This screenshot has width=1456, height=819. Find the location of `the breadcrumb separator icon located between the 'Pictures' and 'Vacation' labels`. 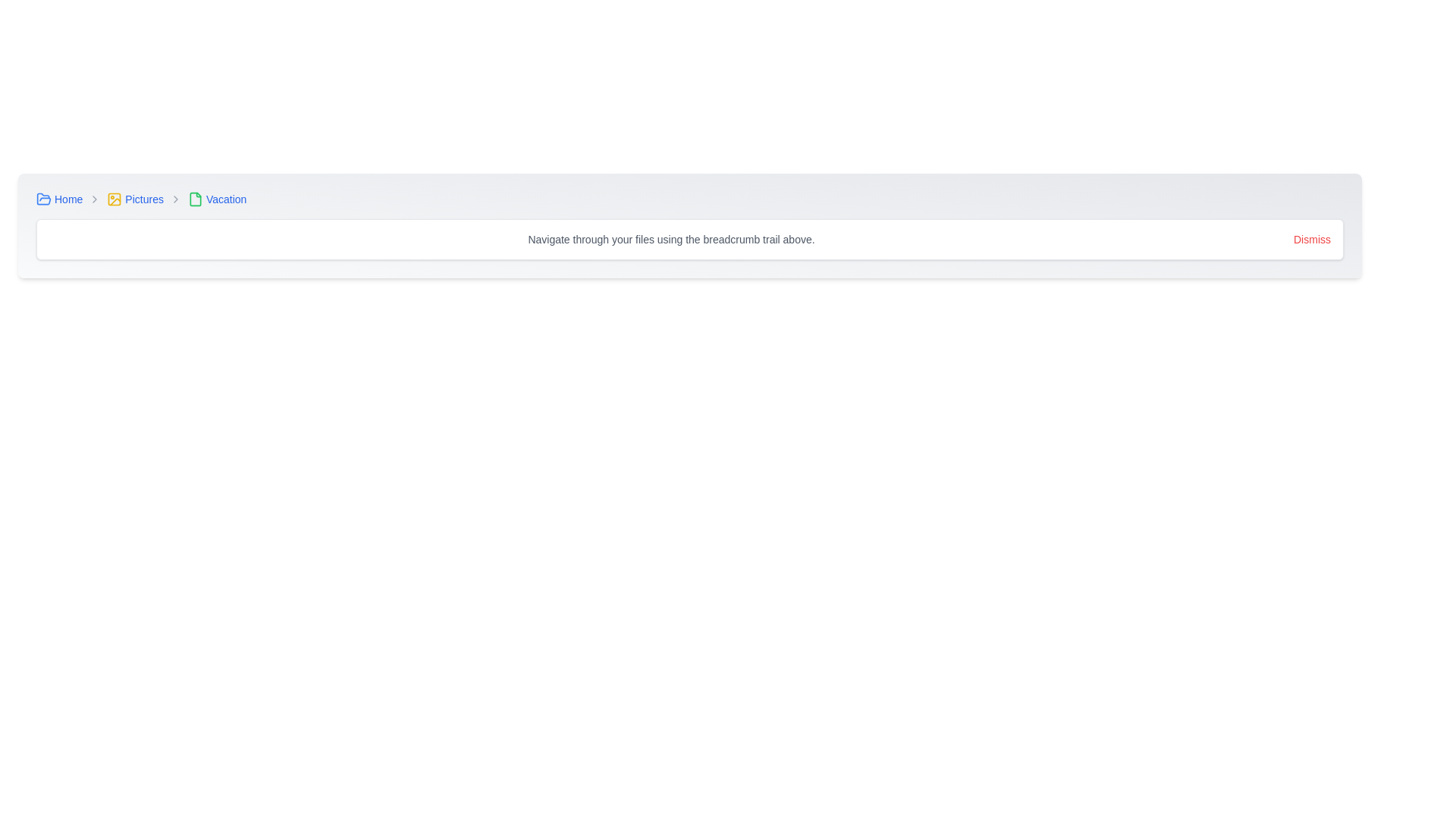

the breadcrumb separator icon located between the 'Pictures' and 'Vacation' labels is located at coordinates (175, 198).